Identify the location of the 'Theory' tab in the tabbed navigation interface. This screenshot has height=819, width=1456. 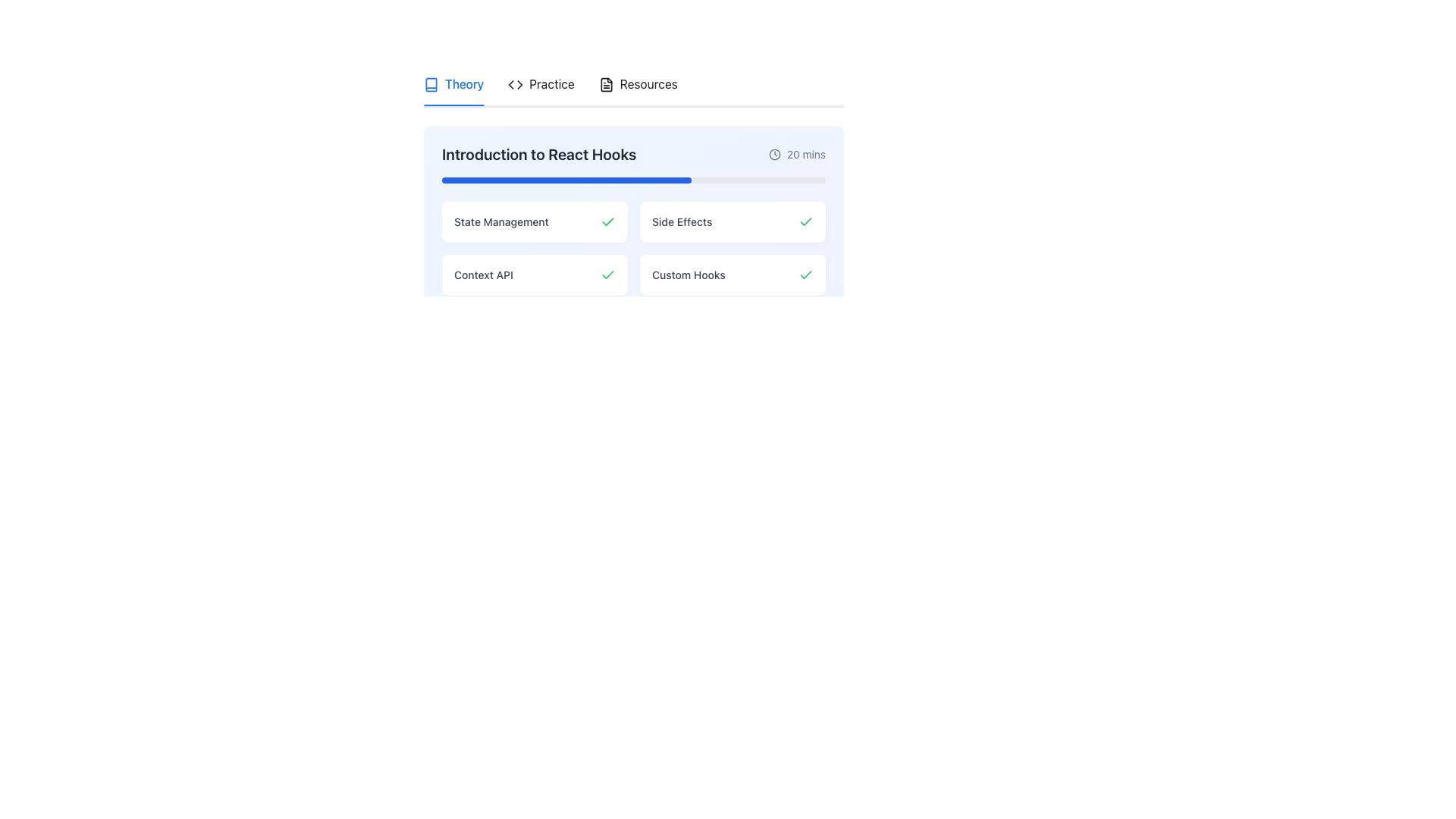
(453, 84).